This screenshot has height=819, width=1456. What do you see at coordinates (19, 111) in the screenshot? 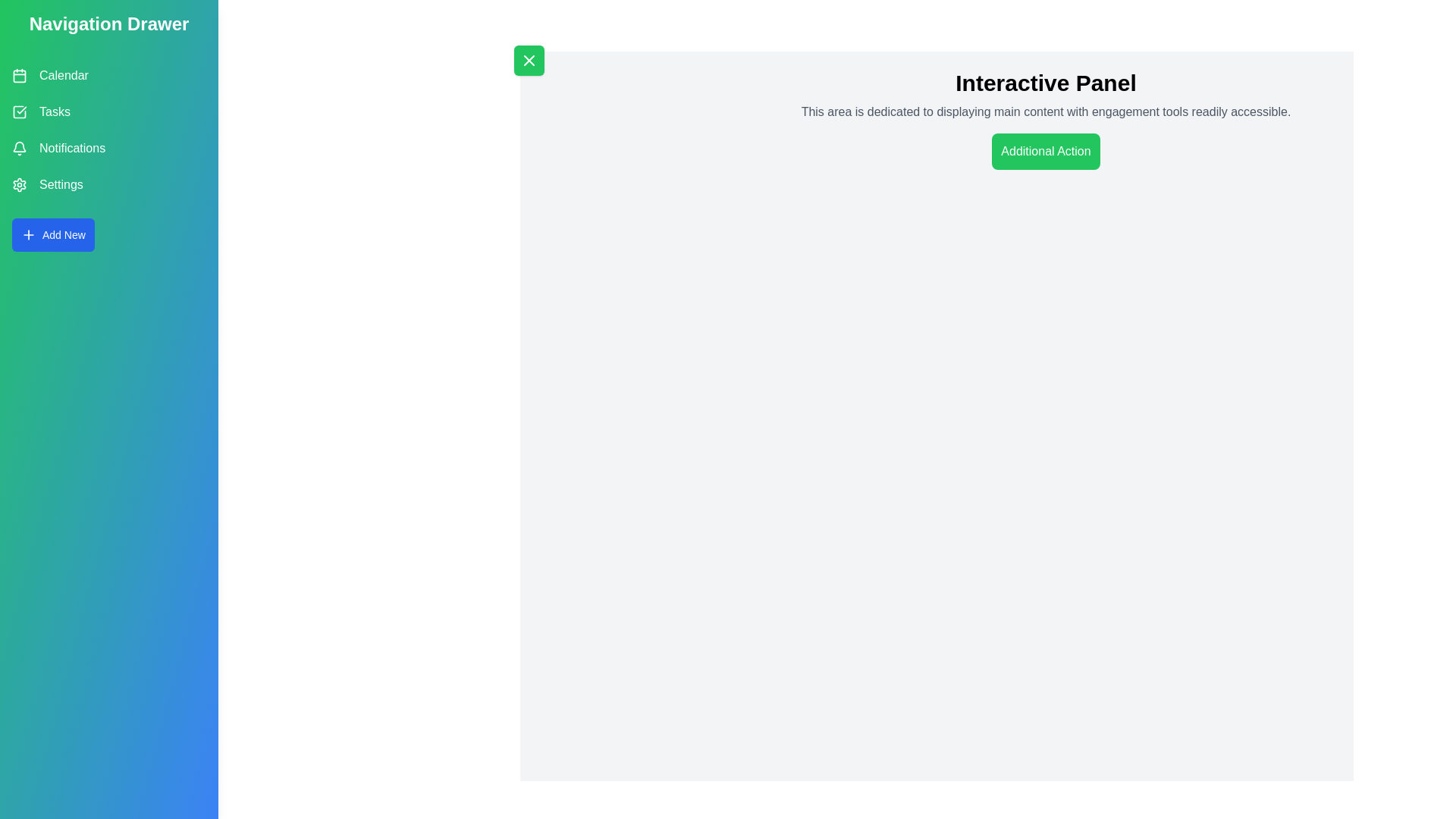
I see `the SVG Icon representing the 'Tasks' section in the left-aligned navigation drawer` at bounding box center [19, 111].